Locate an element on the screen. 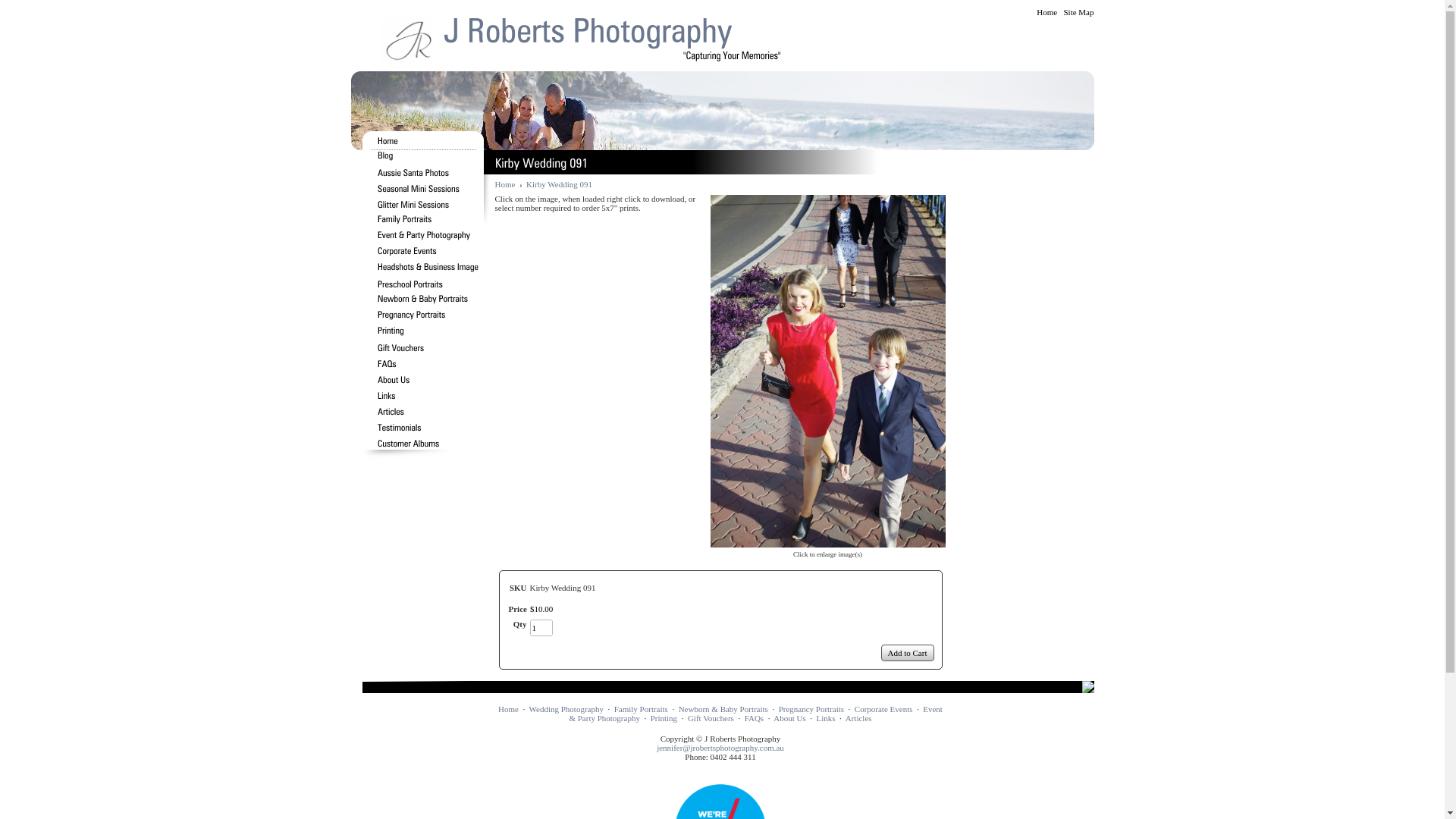 The image size is (1456, 819). 'Gift Vouchers' is located at coordinates (710, 717).